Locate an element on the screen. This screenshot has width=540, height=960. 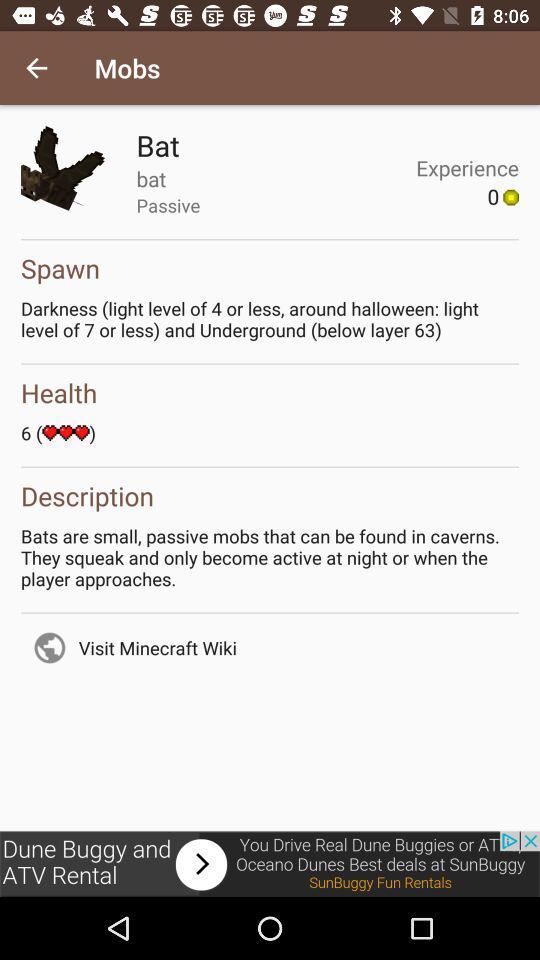
advertisement is located at coordinates (270, 863).